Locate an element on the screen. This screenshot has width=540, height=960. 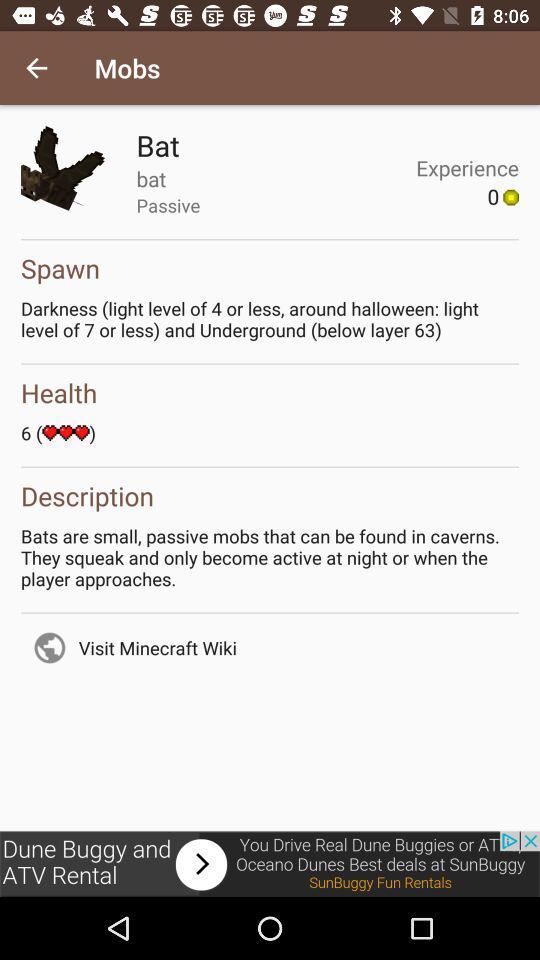
advertisement is located at coordinates (270, 863).